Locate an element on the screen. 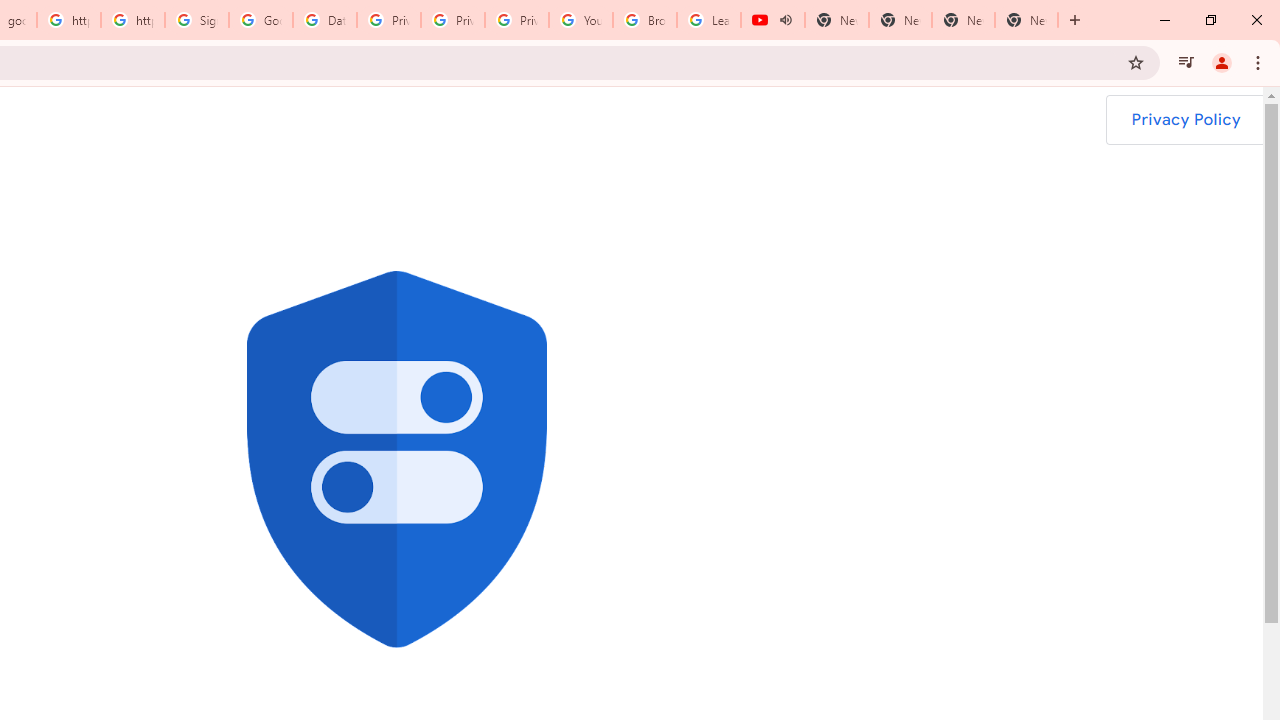 The width and height of the screenshot is (1280, 720). 'Privacy Help Center - Policies Help' is located at coordinates (389, 20).